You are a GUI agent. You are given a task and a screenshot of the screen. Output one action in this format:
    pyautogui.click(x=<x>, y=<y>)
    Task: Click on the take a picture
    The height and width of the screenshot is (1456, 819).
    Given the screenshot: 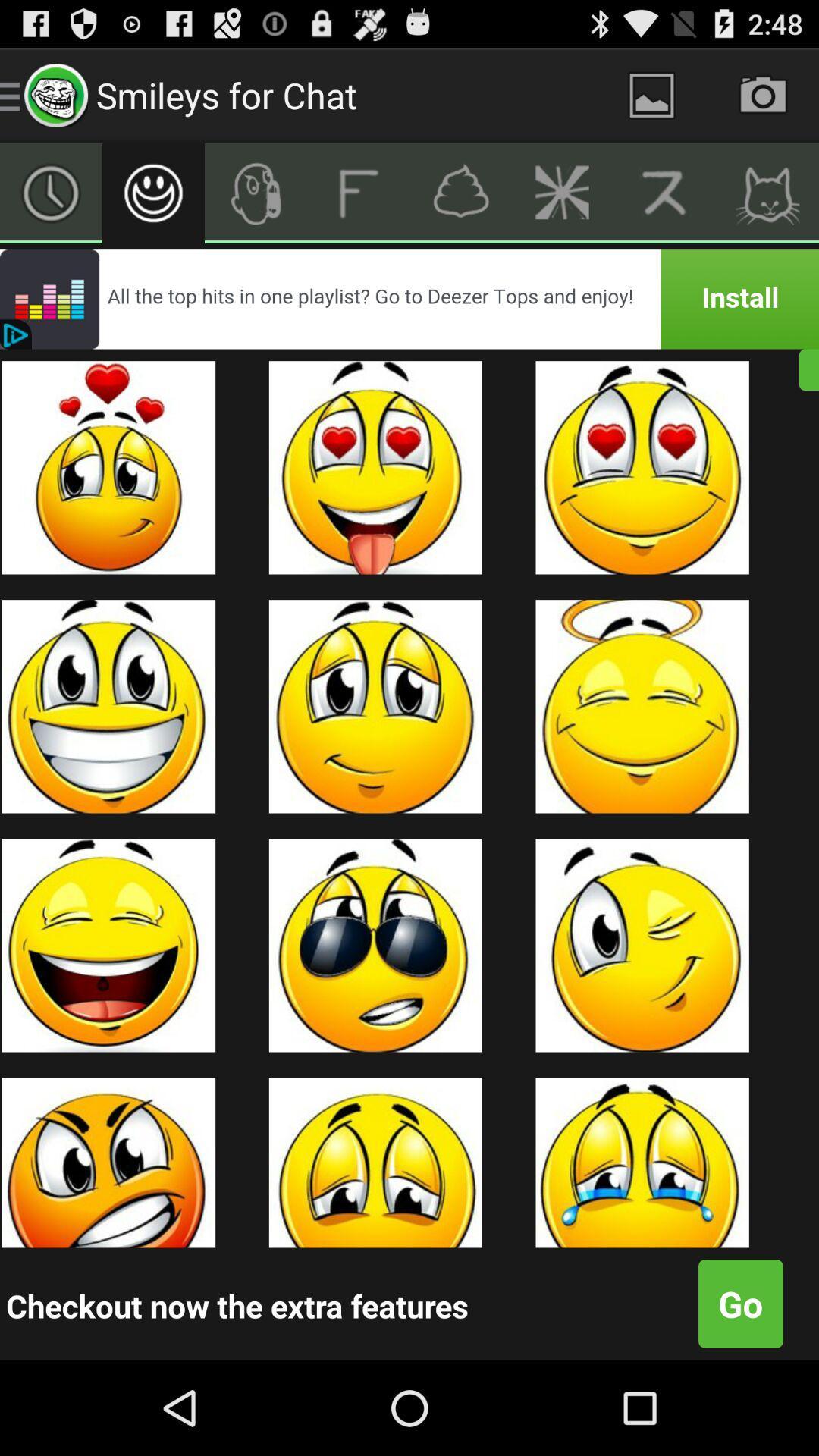 What is the action you would take?
    pyautogui.click(x=763, y=94)
    